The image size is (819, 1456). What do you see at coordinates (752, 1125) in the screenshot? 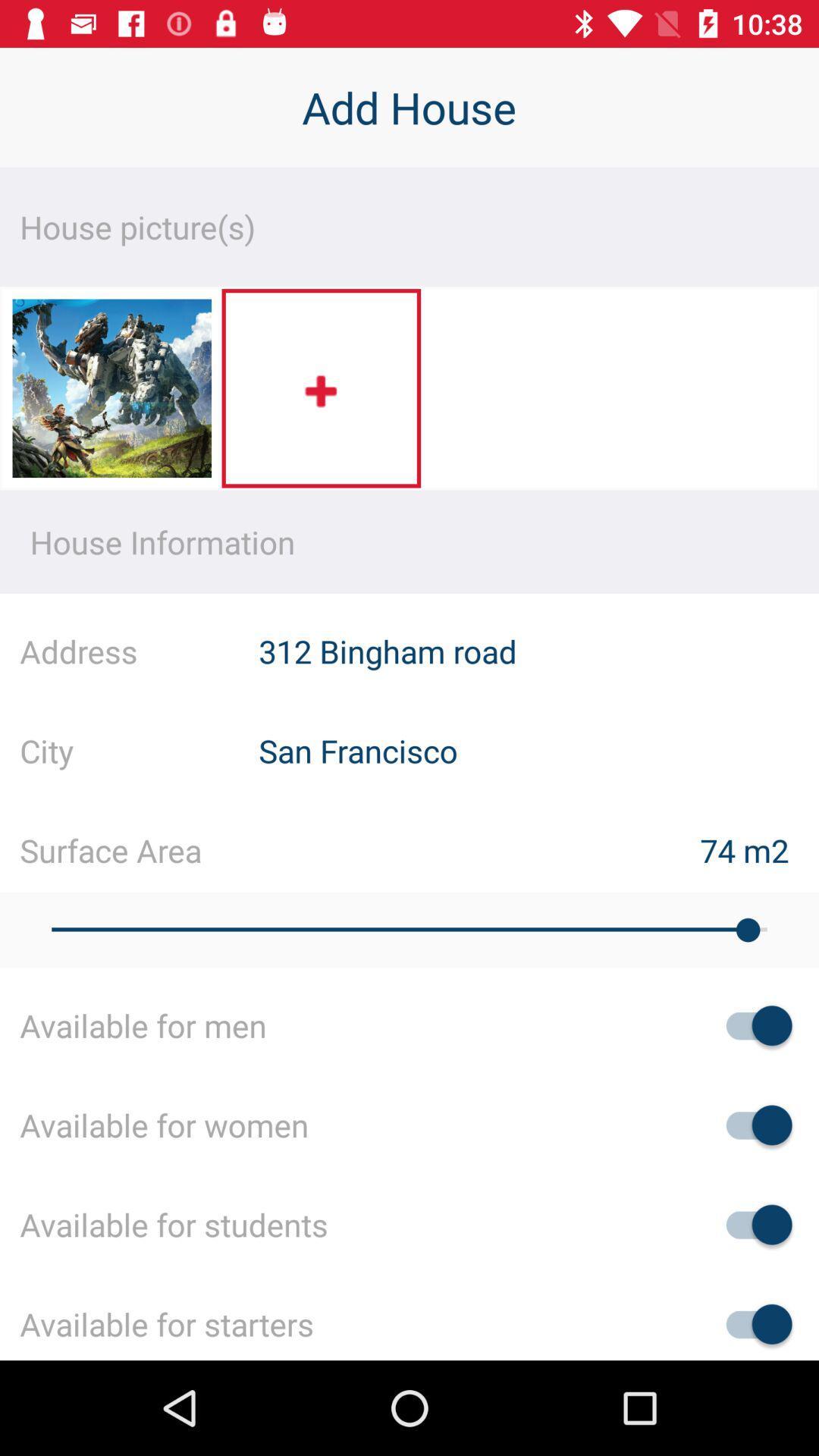
I see `switch available for women option` at bounding box center [752, 1125].